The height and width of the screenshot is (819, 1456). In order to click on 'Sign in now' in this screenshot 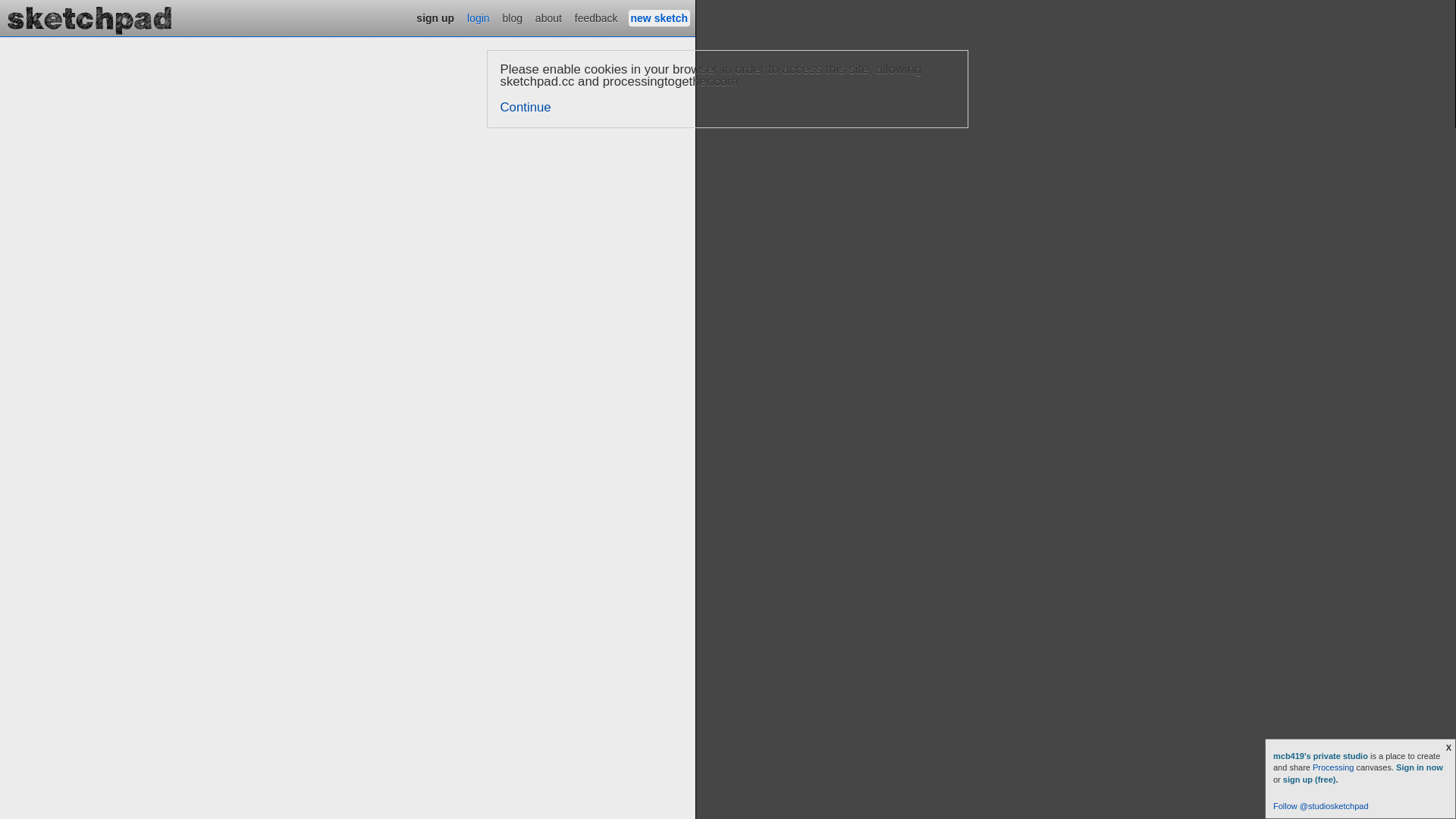, I will do `click(1395, 767)`.